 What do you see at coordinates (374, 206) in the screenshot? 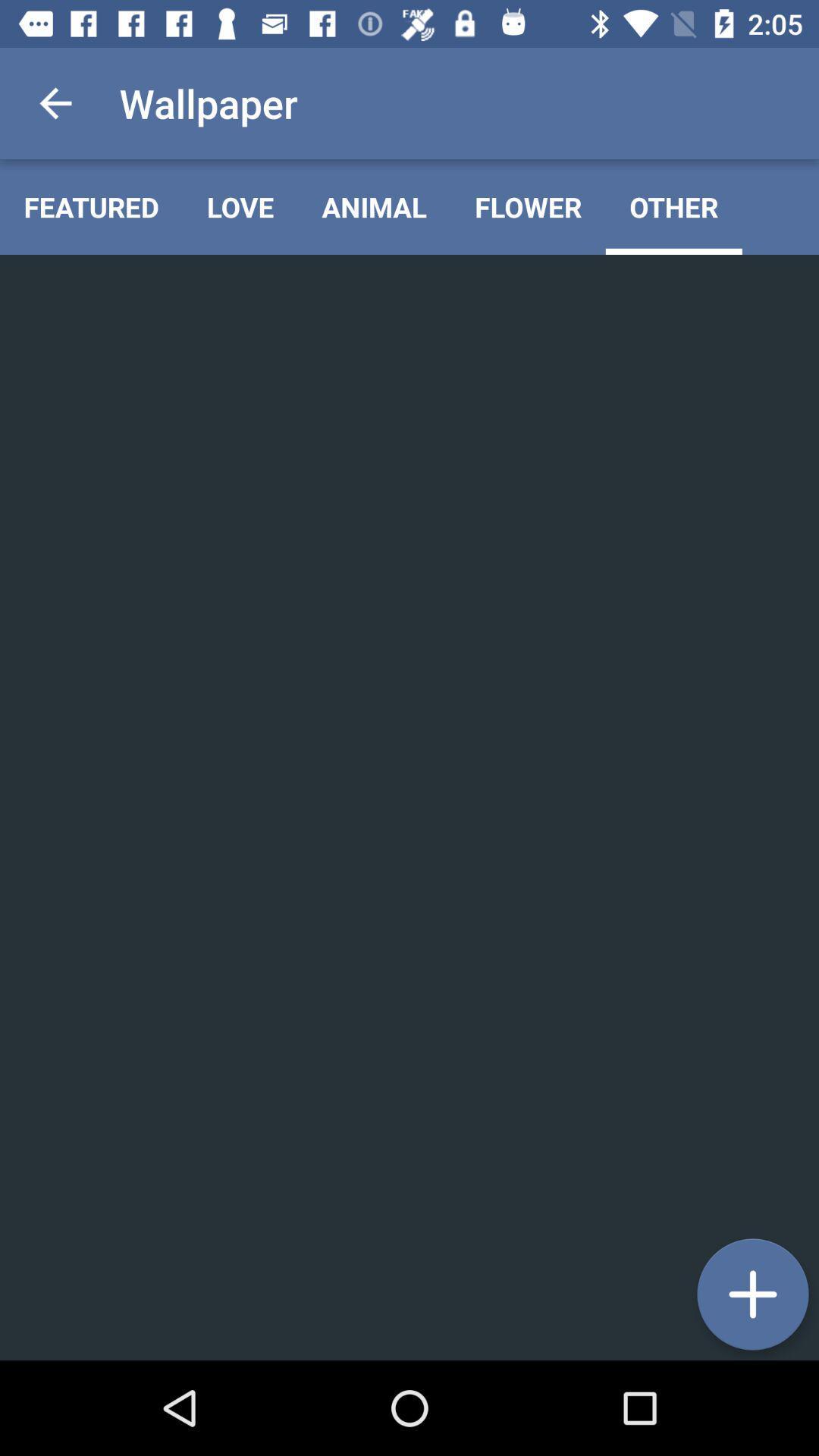
I see `the animal item` at bounding box center [374, 206].